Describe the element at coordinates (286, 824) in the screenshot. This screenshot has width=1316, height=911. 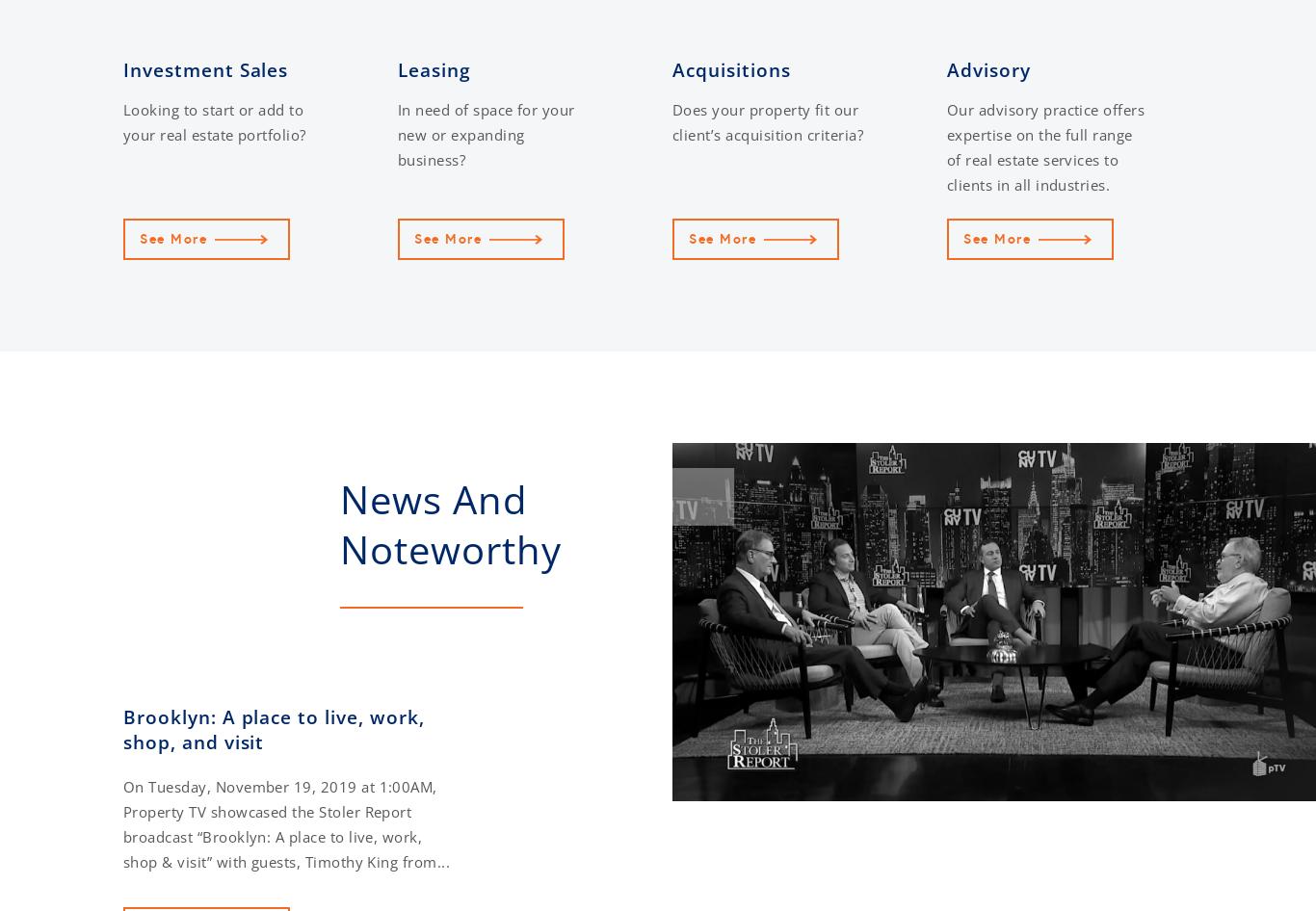
I see `'On Tuesday, November 19, 2019 at 1:00AM, Property TV showcased the Stoler Report broadcast “Brooklyn: A place to live, work, shop & visit” with guests, Timothy King from...'` at that location.